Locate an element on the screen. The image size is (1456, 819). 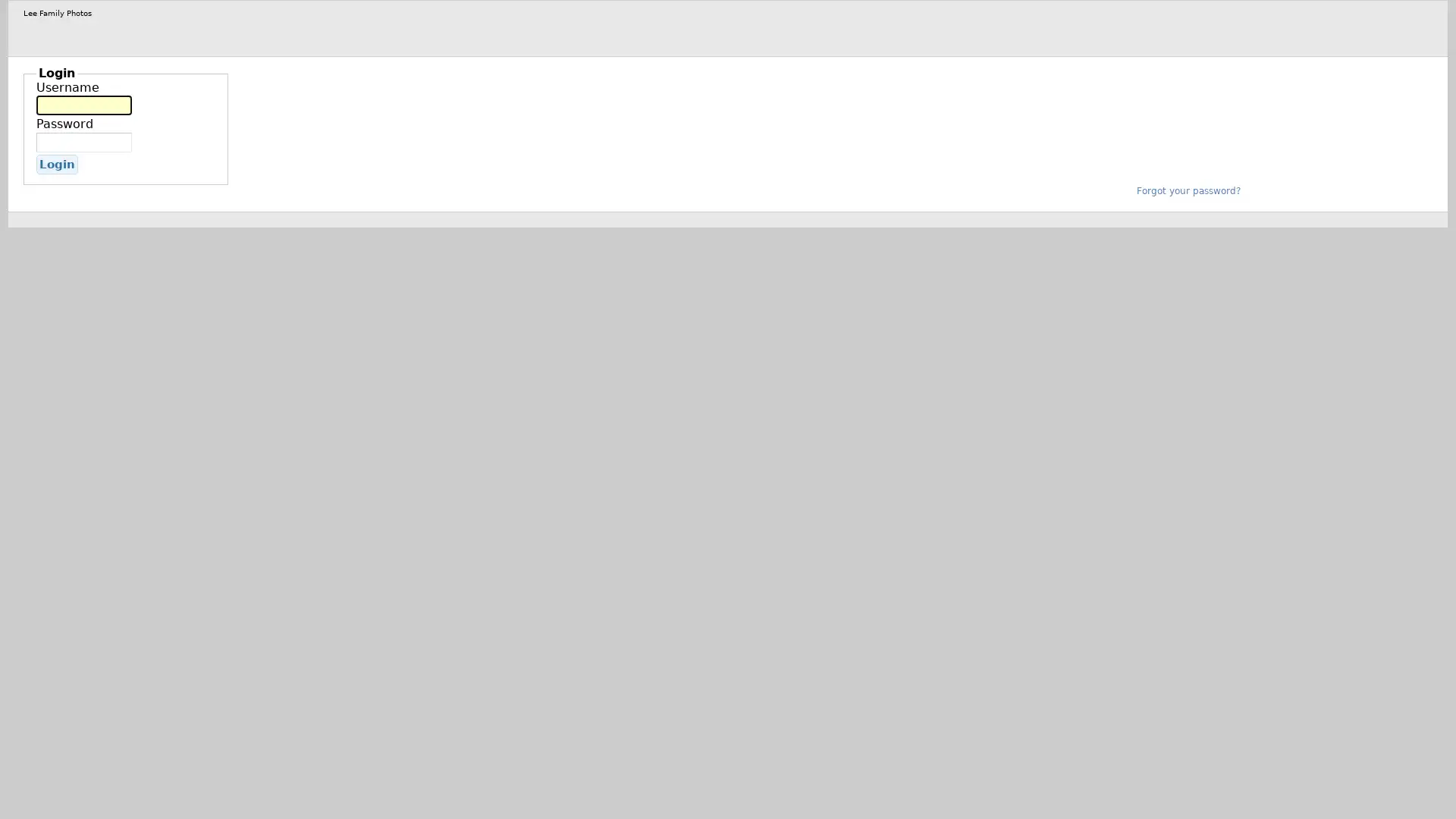
Login is located at coordinates (56, 164).